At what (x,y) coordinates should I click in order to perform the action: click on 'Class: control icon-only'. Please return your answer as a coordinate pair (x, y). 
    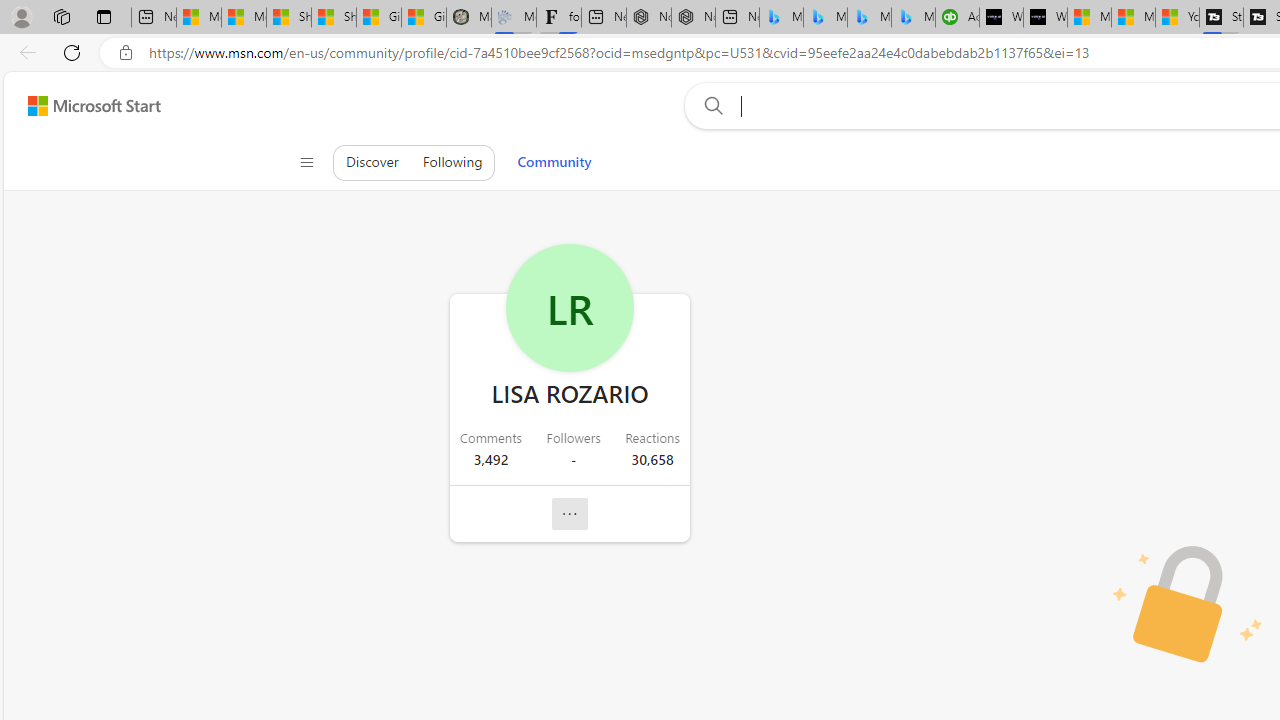
    Looking at the image, I should click on (305, 162).